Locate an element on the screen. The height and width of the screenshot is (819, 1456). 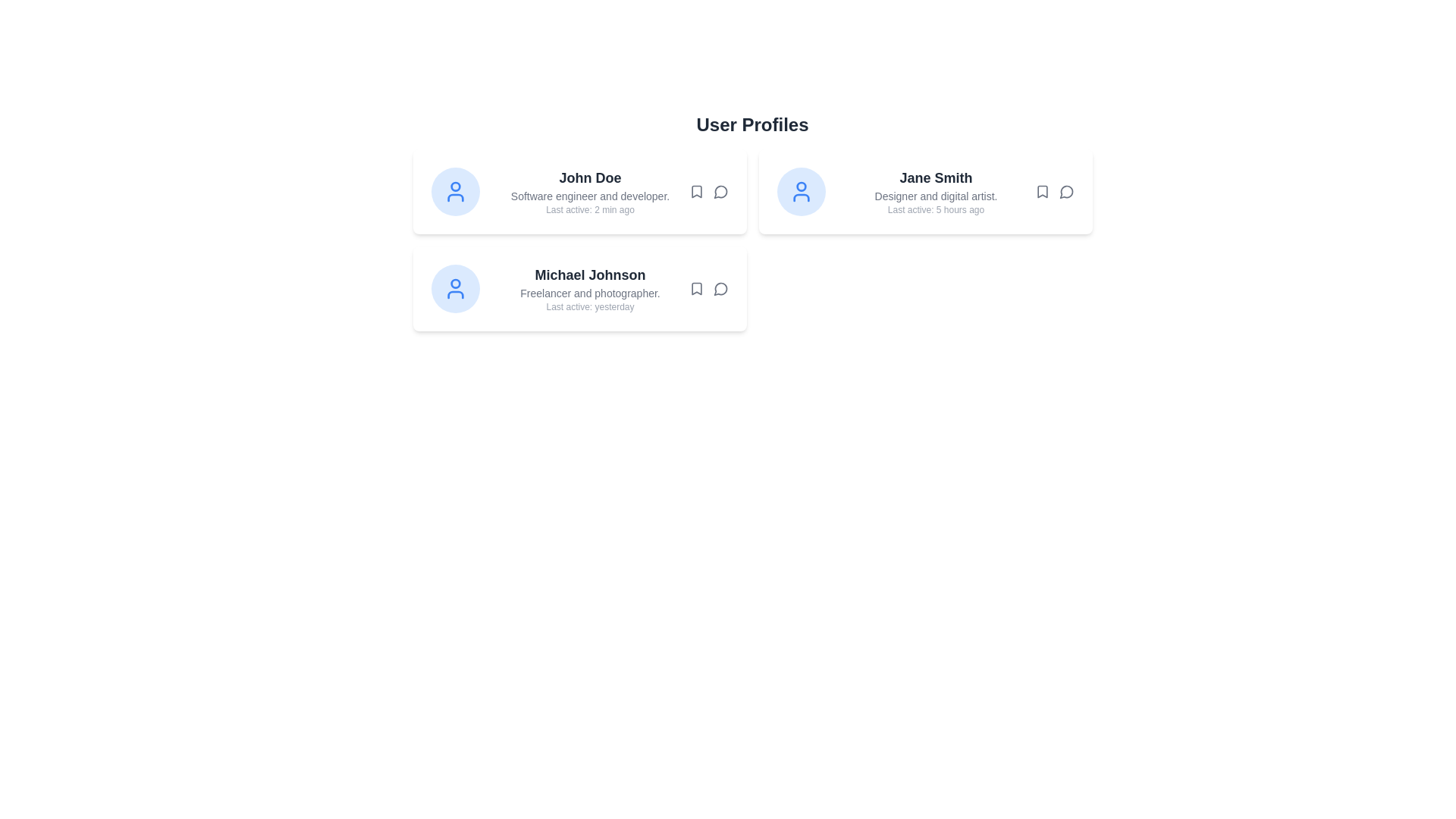
the bookmark icon located in the card representing 'Michael Johnson', which is styled as a minimalist bookmark shape and positioned at the top-right corner of the card in the 'User Profiles' section is located at coordinates (695, 289).